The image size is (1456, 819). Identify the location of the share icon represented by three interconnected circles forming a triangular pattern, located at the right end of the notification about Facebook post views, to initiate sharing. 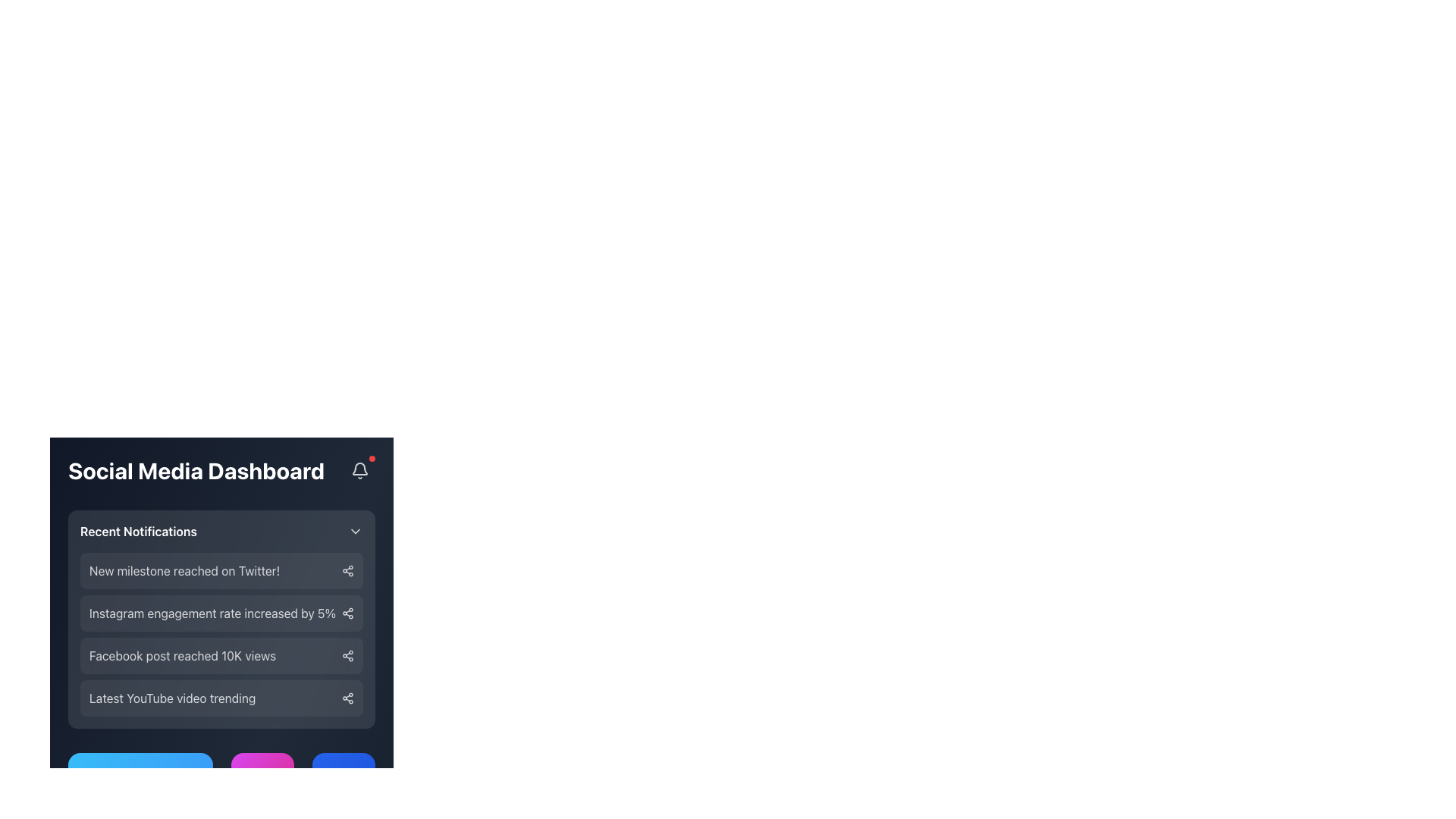
(347, 654).